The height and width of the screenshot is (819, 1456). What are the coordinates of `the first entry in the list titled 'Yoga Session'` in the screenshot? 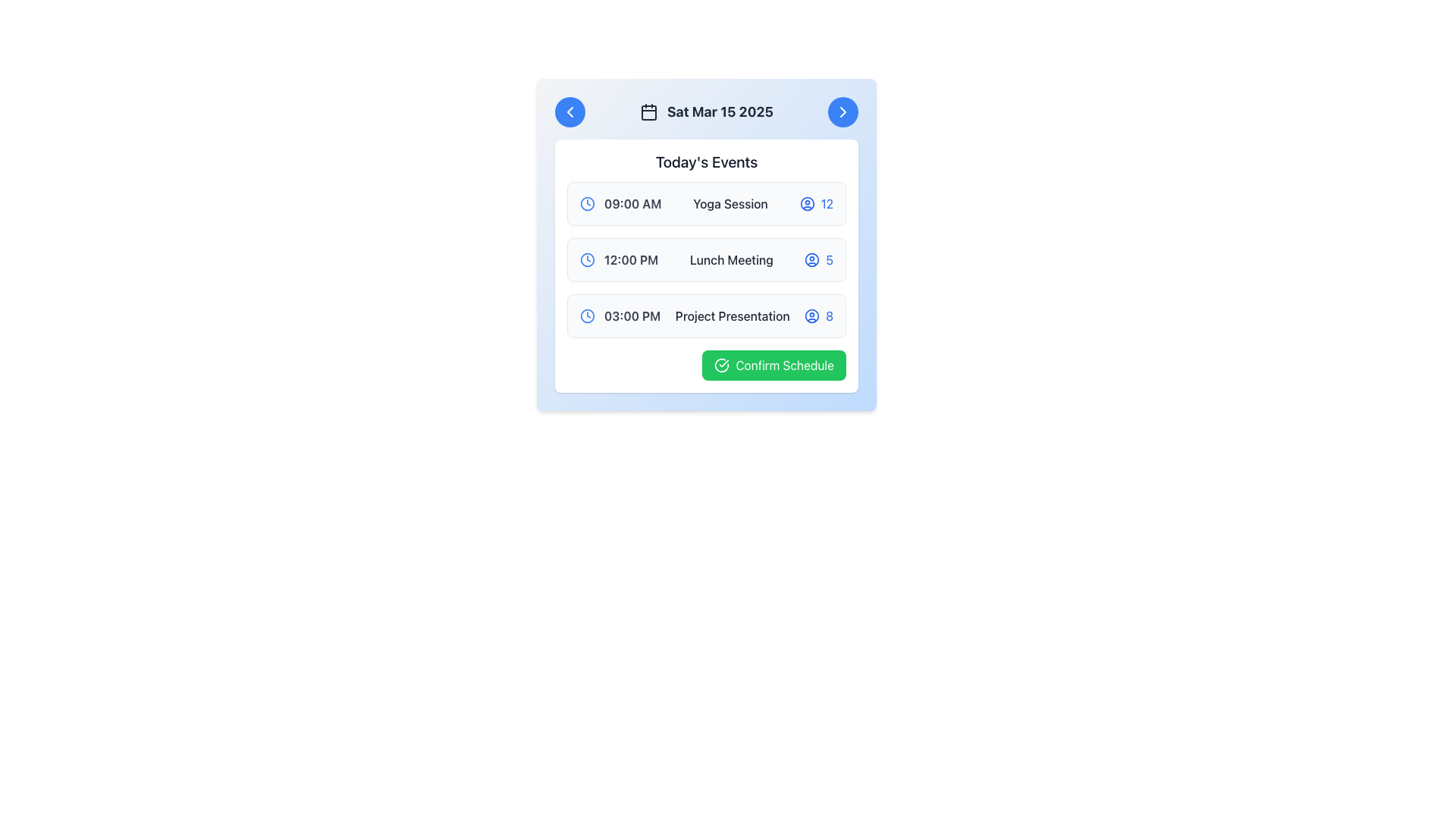 It's located at (705, 203).